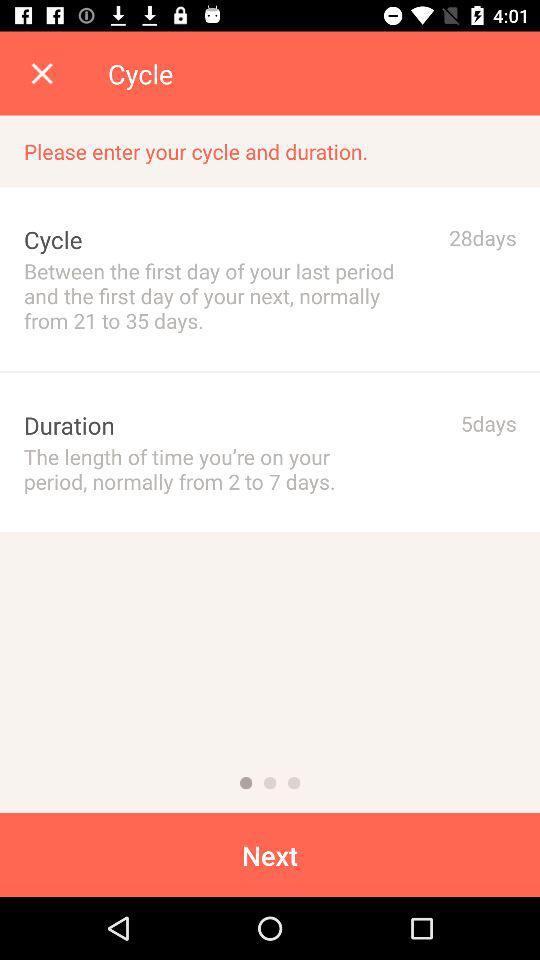 The height and width of the screenshot is (960, 540). I want to click on because back devicer, so click(293, 783).